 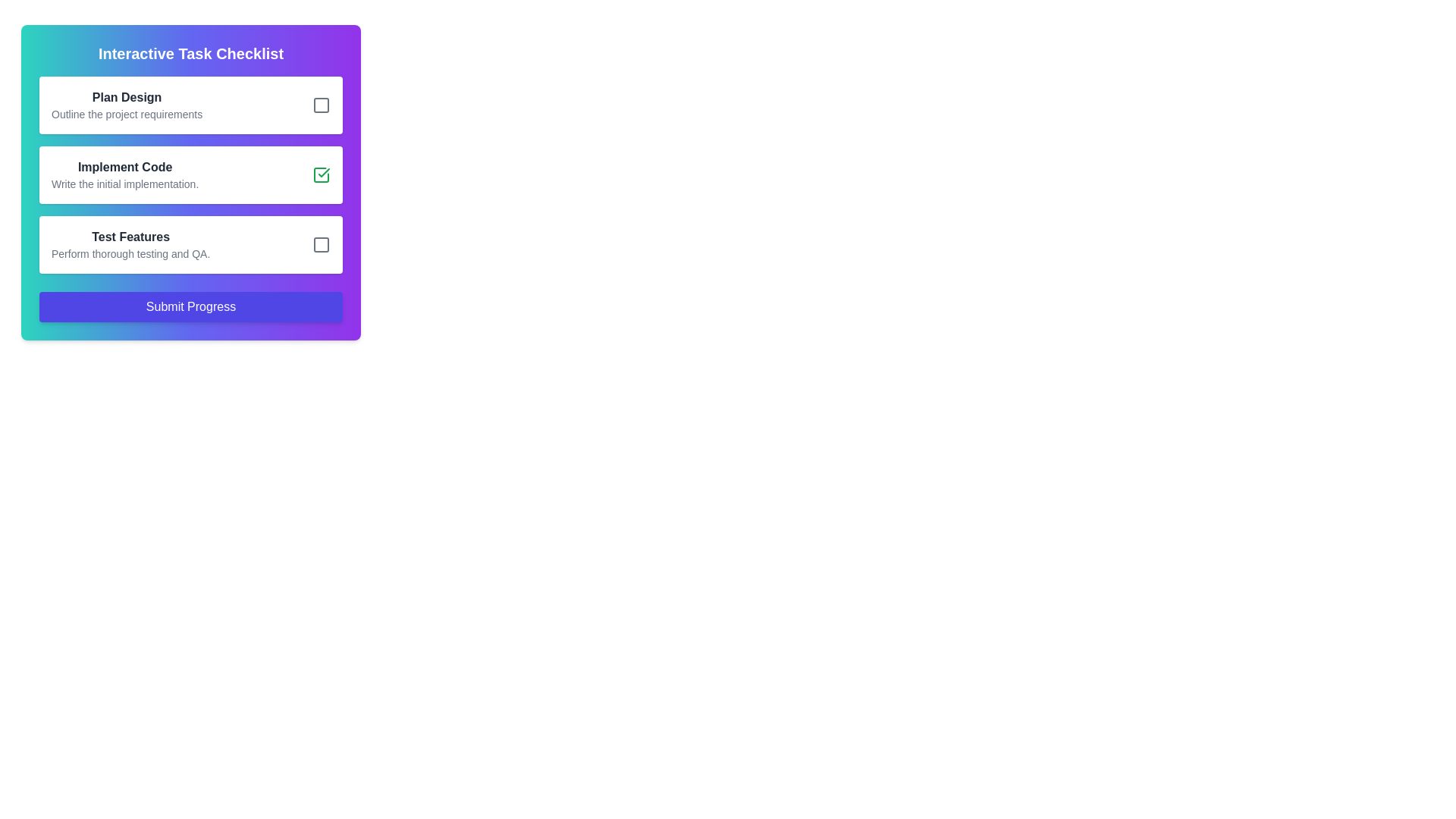 I want to click on the task completion icon for the 'Implement Code' step in the 'Interactive Task Checklist', so click(x=323, y=171).